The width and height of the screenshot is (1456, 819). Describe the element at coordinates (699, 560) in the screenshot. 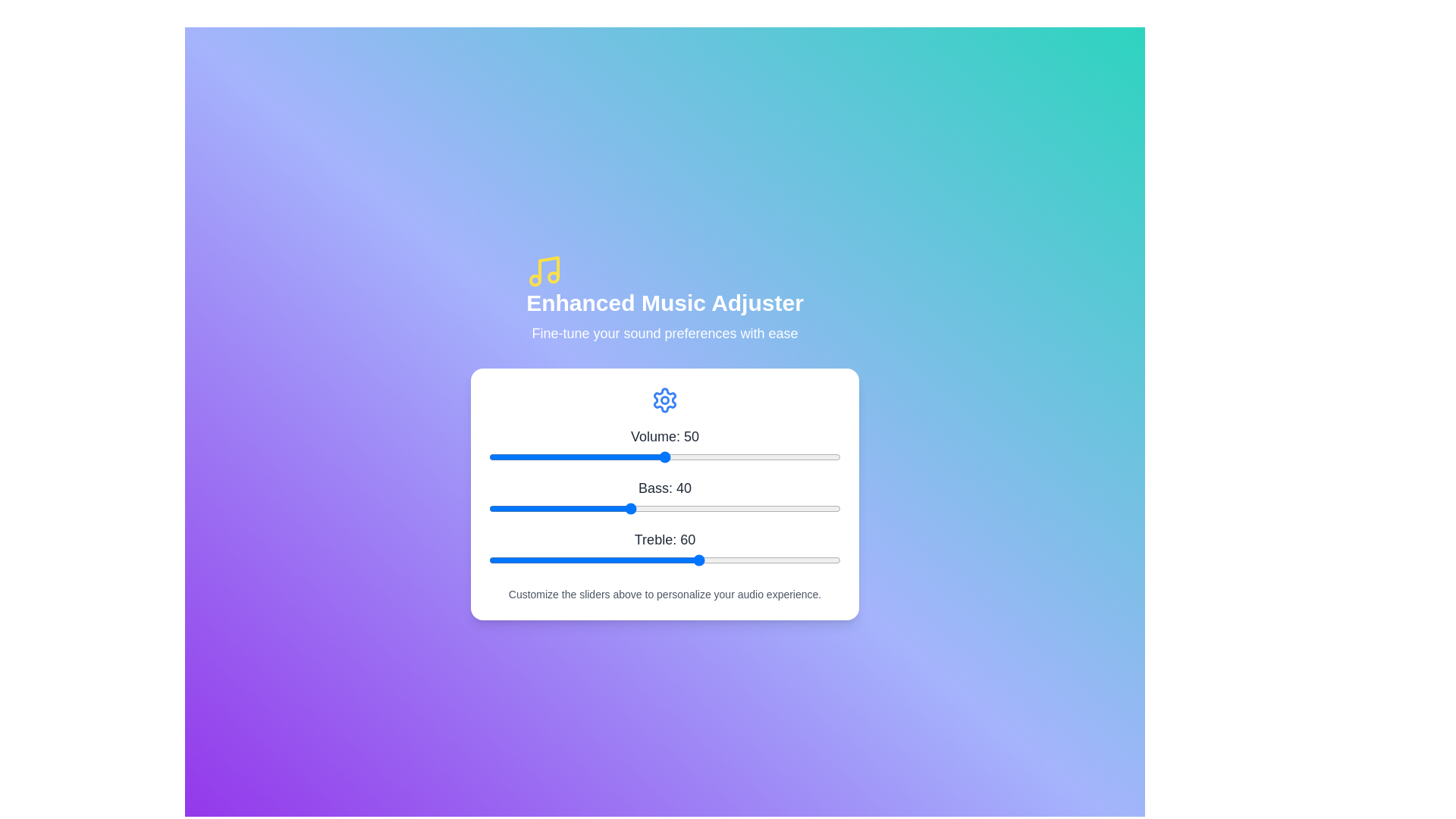

I see `the treble slider to 60` at that location.